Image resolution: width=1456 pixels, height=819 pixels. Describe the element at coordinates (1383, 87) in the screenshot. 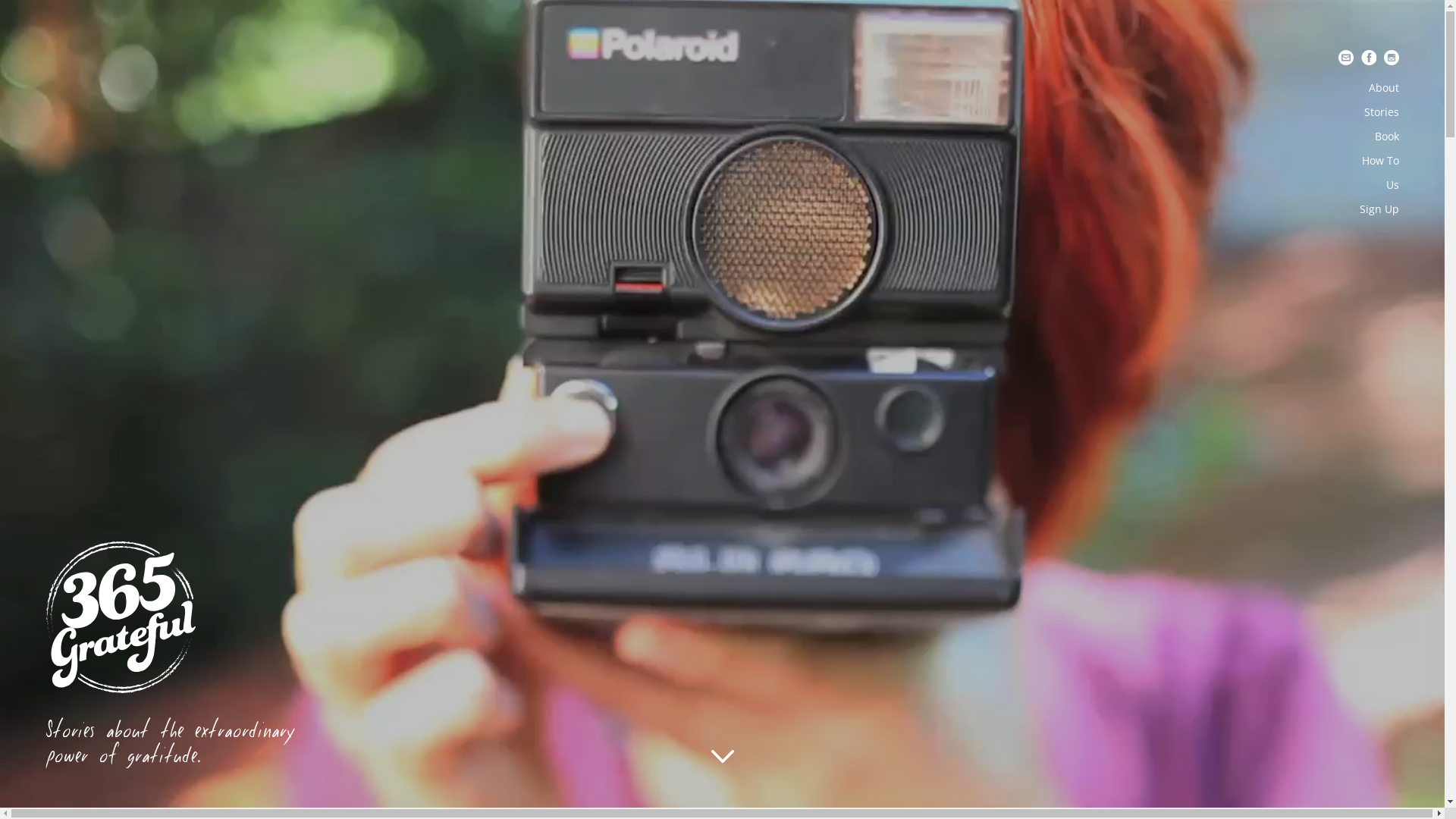

I see `'About'` at that location.